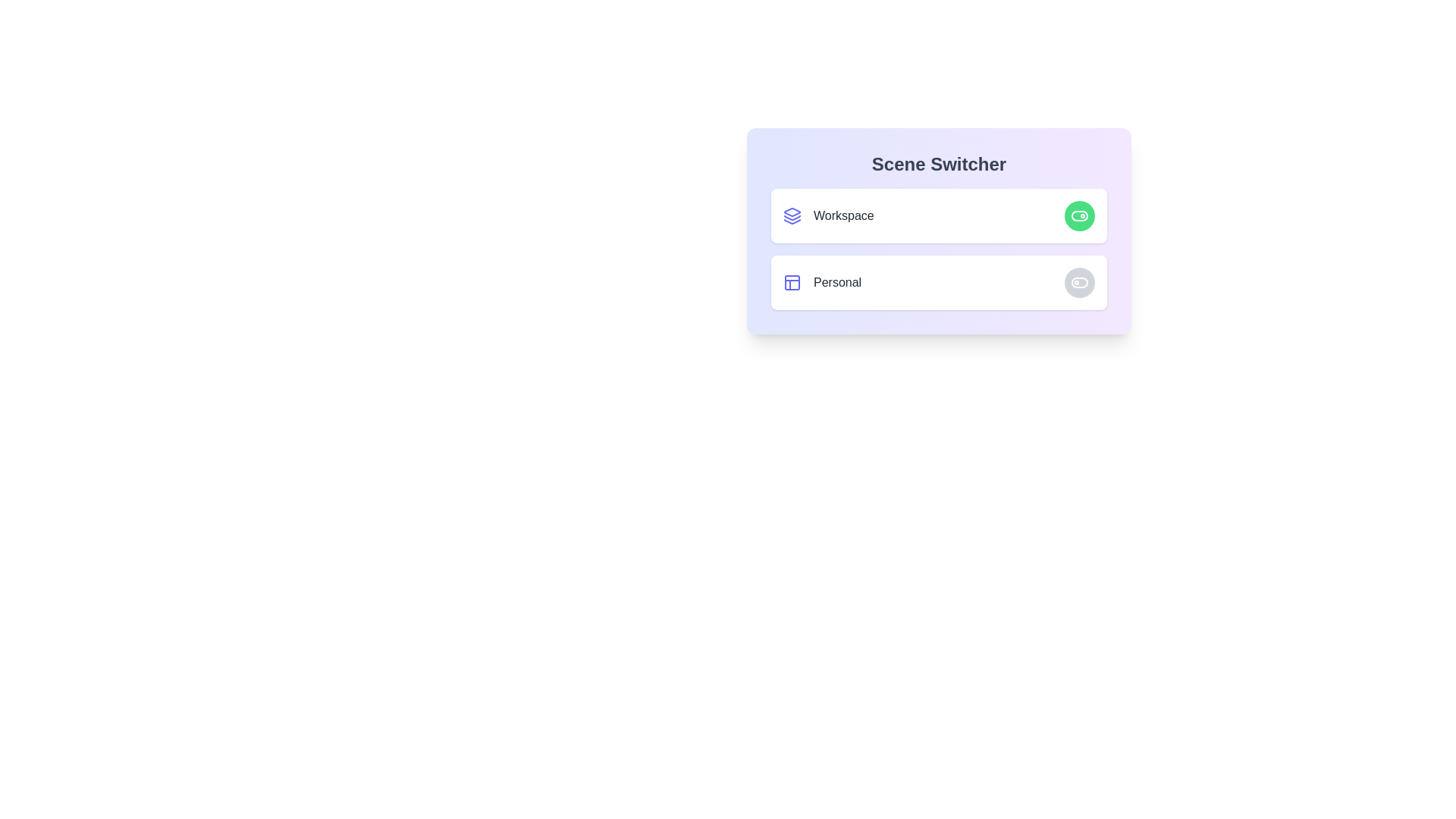 The height and width of the screenshot is (819, 1456). Describe the element at coordinates (1079, 283) in the screenshot. I see `the light gray rectangular toggle background element that serves as the base of the toggle switch in the 'Personal' row of the 'Scene Switcher' interface` at that location.